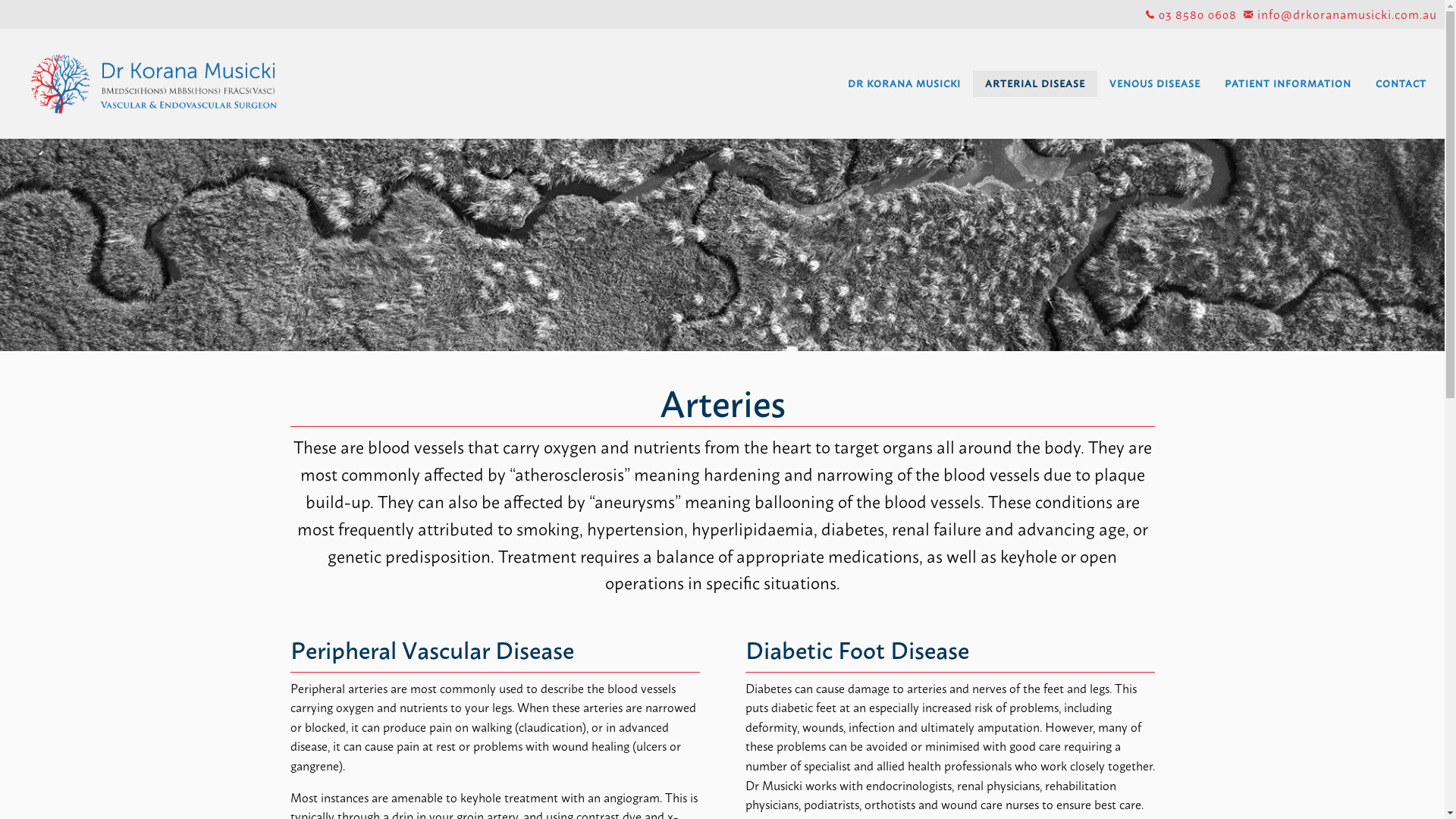  What do you see at coordinates (904, 83) in the screenshot?
I see `'DR KORANA MUSICKI'` at bounding box center [904, 83].